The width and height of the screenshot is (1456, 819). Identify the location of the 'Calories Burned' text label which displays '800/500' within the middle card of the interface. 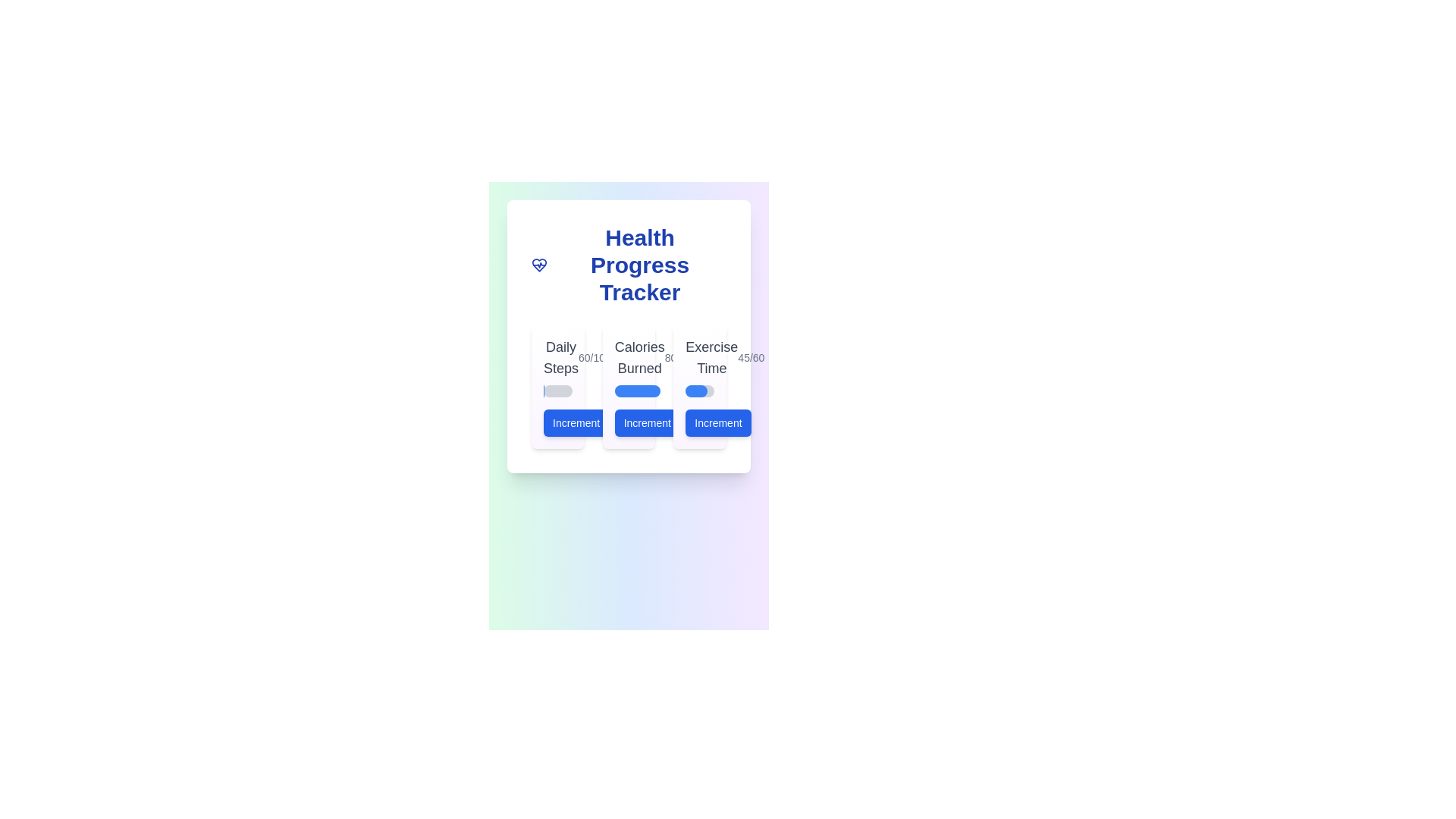
(629, 357).